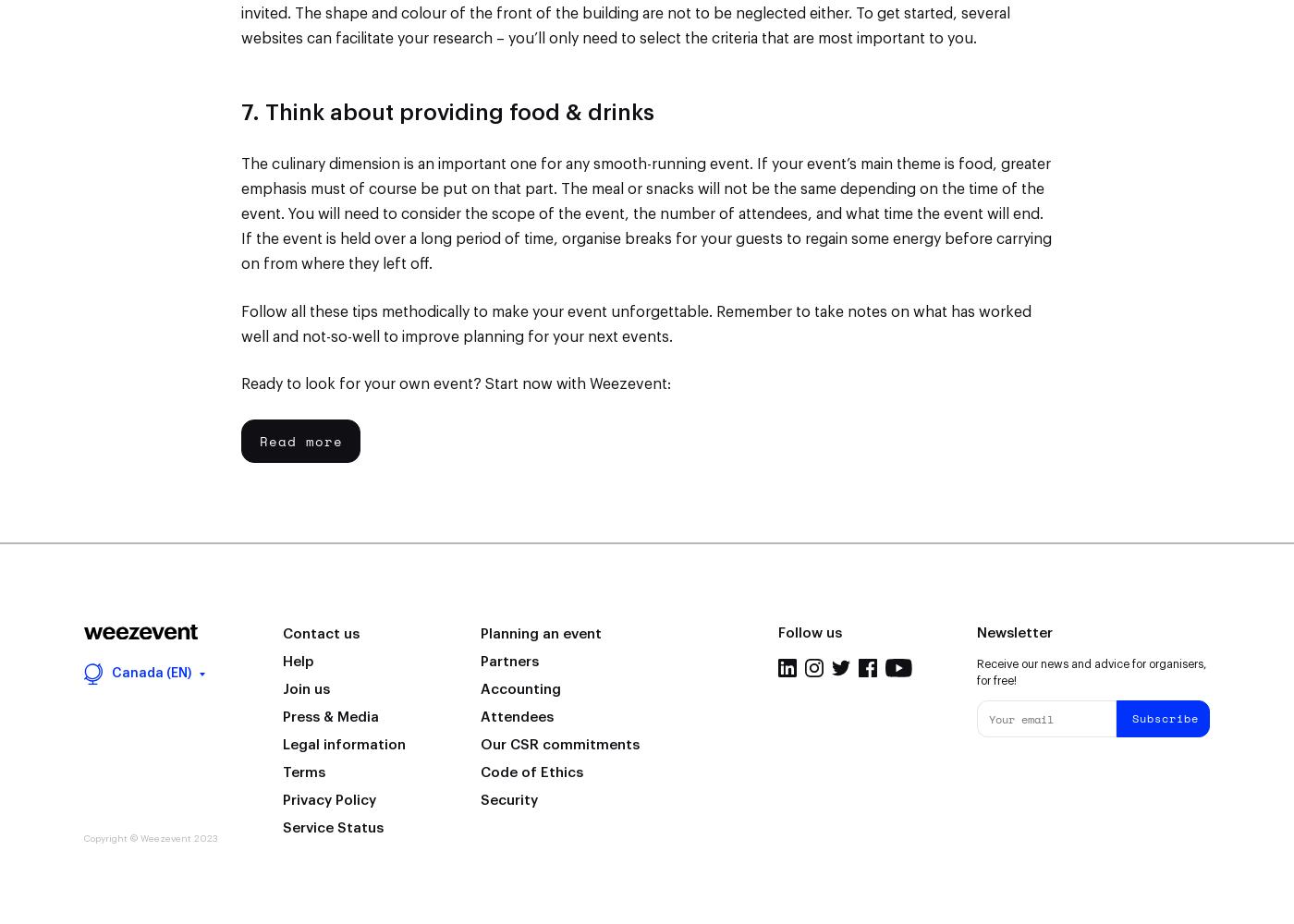  I want to click on 'Copyright © Weezevent
			2023', so click(151, 838).